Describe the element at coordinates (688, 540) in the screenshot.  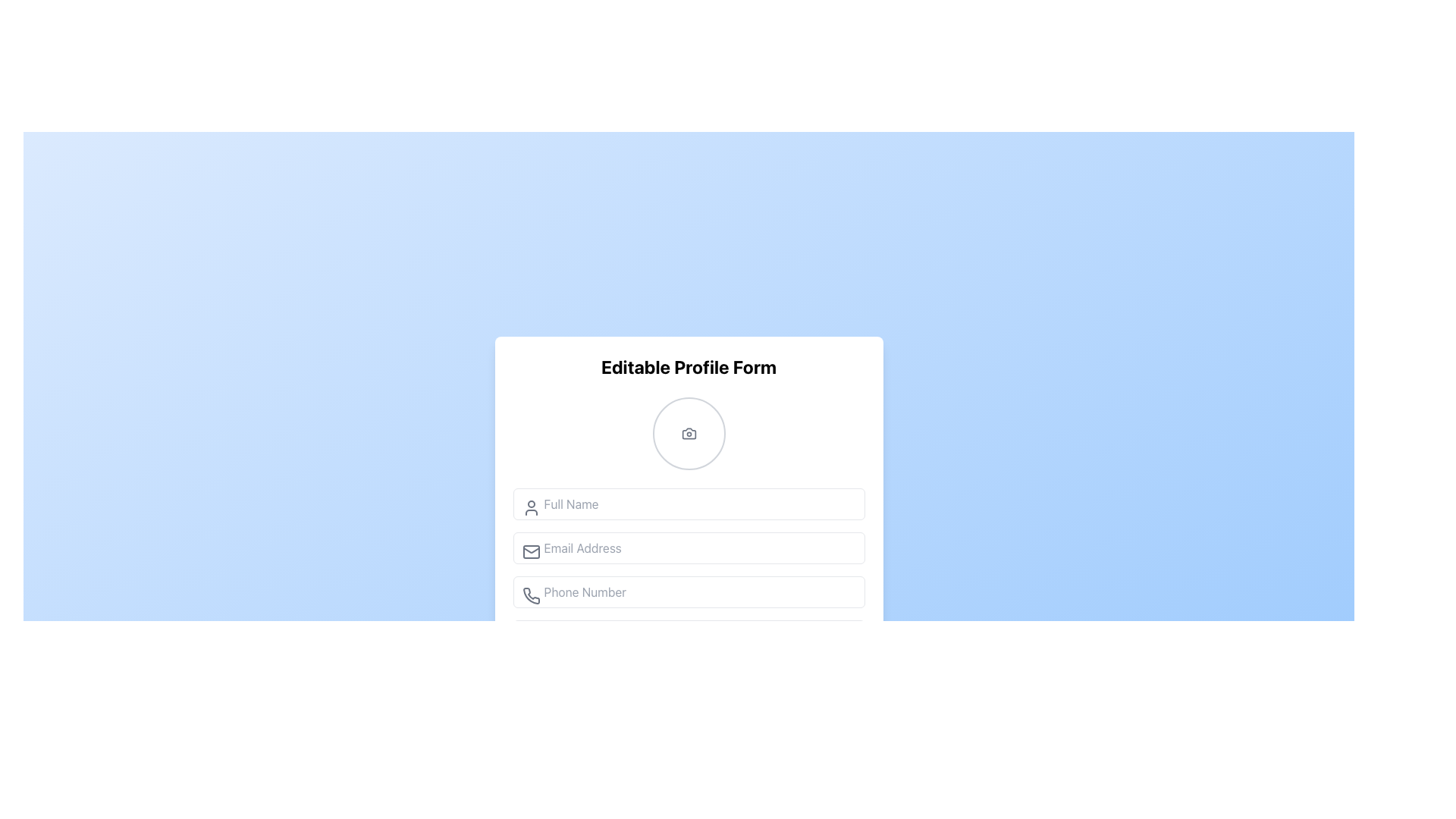
I see `the email input field located in the 'Editable Profile Form', which is the second input field below 'Full Name' and above 'Phone Number'` at that location.